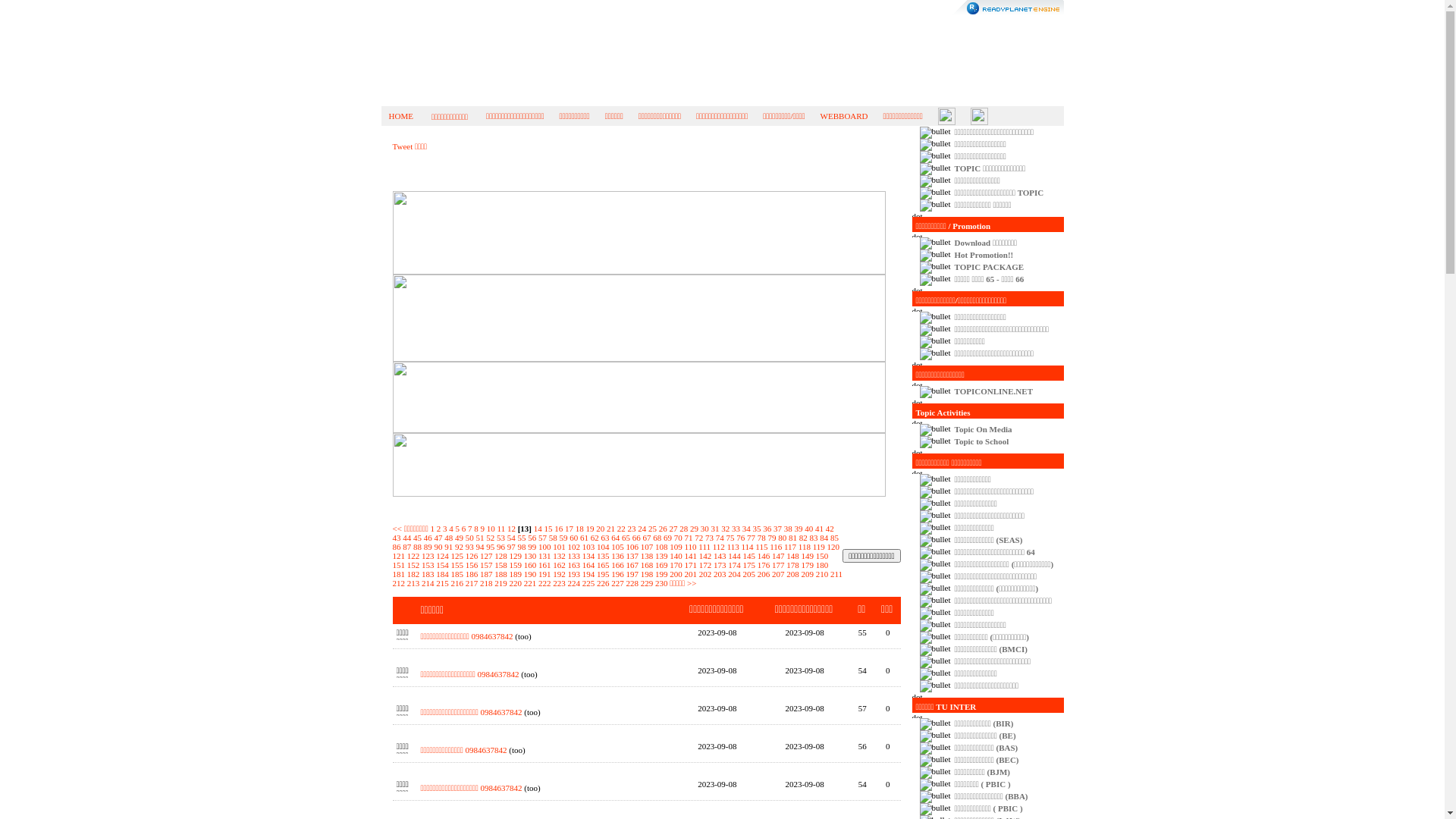 This screenshot has height=819, width=1456. What do you see at coordinates (406, 547) in the screenshot?
I see `'87'` at bounding box center [406, 547].